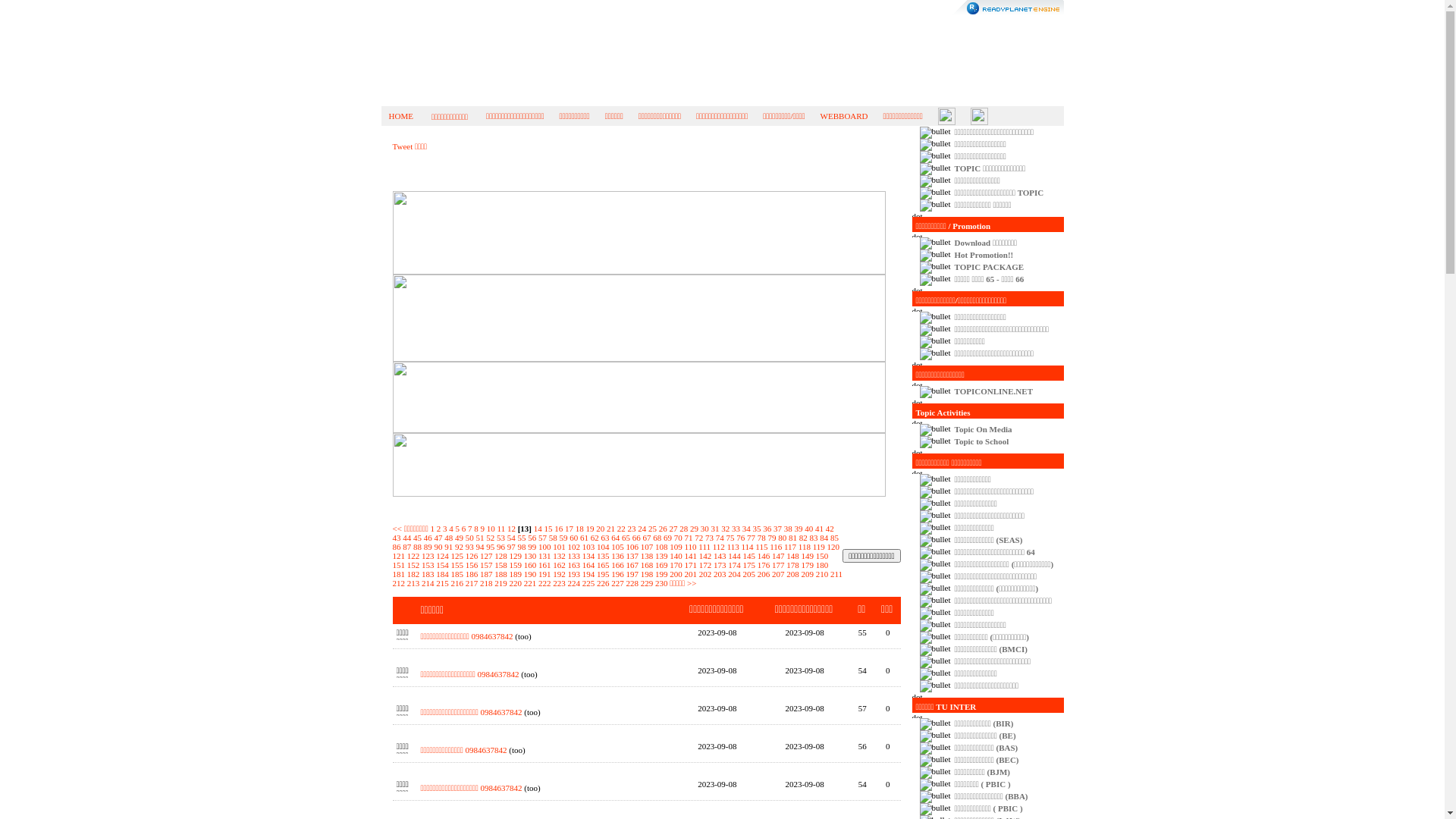 This screenshot has height=819, width=1456. What do you see at coordinates (406, 547) in the screenshot?
I see `'87'` at bounding box center [406, 547].